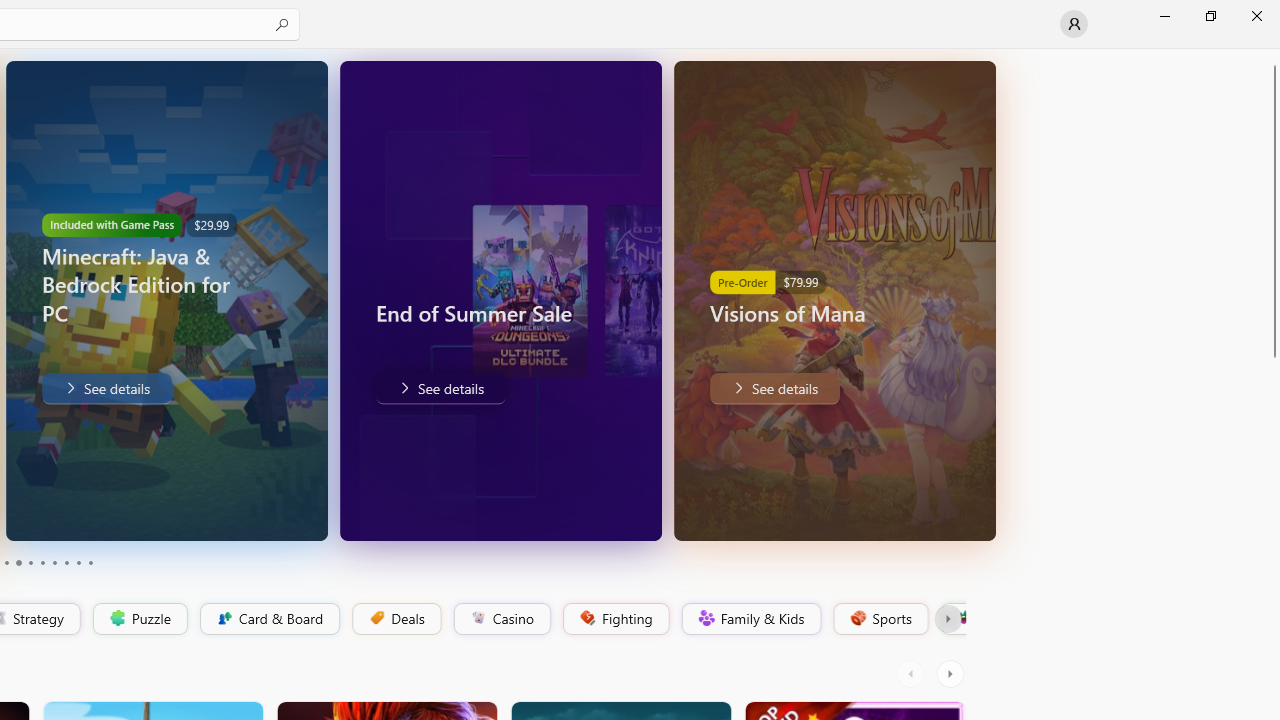  I want to click on 'Sports', so click(879, 618).